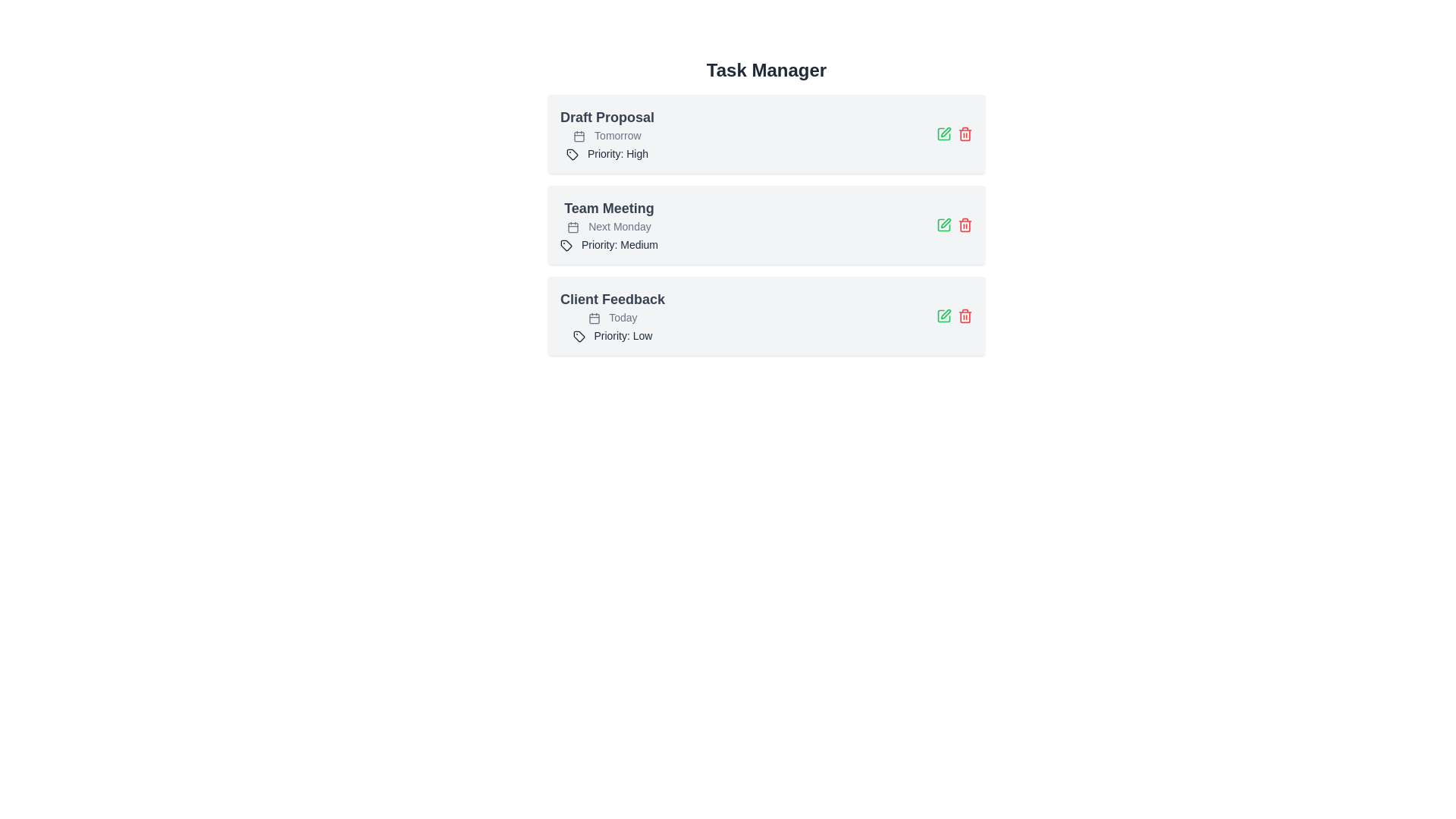  I want to click on rectangular icon representing a scheduled task date within the third task item of the calendar icon labeled 'Today', so click(593, 318).